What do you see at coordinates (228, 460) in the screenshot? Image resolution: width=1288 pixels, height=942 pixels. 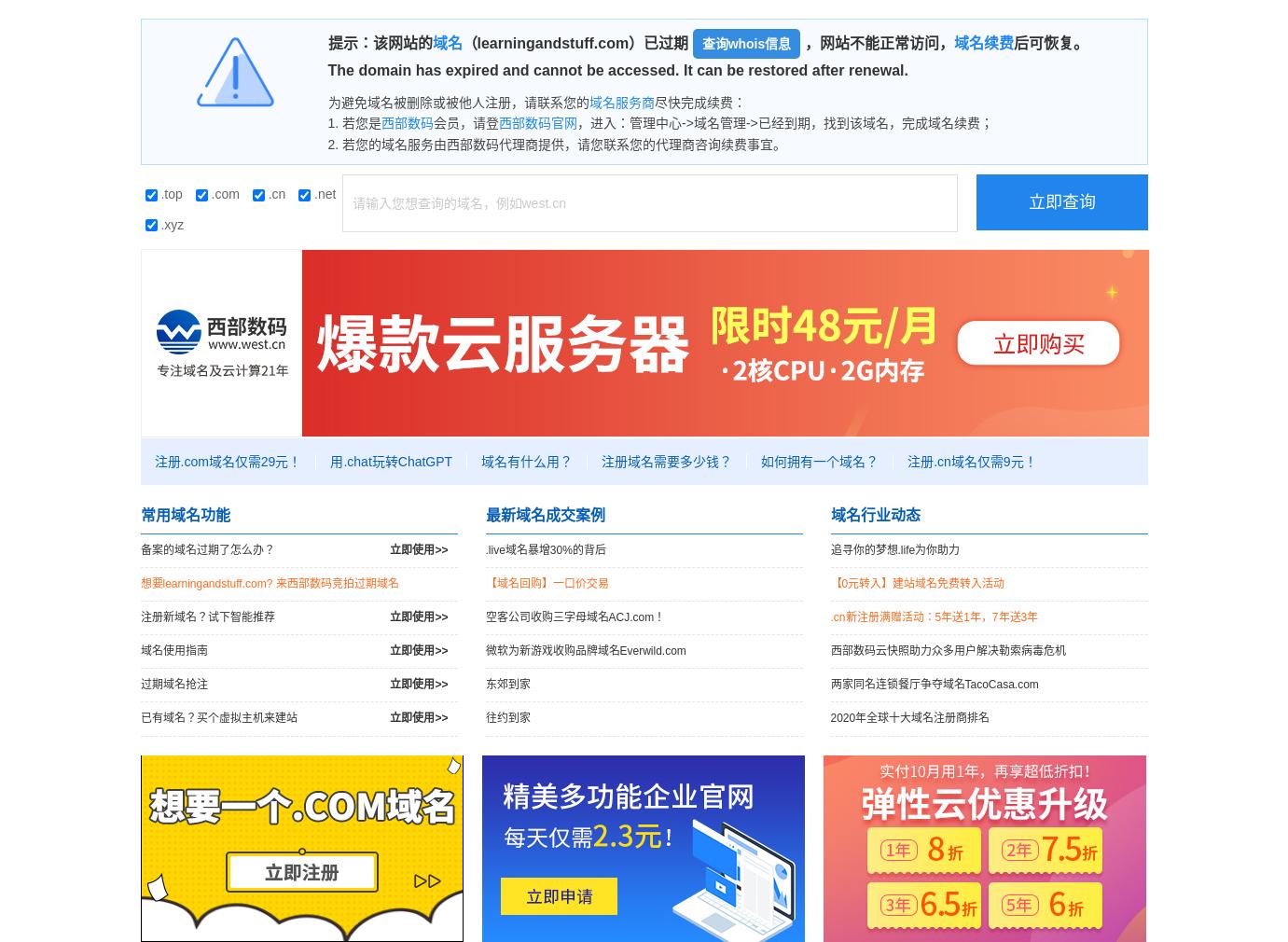 I see `'注册.com域名仅需29元！'` at bounding box center [228, 460].